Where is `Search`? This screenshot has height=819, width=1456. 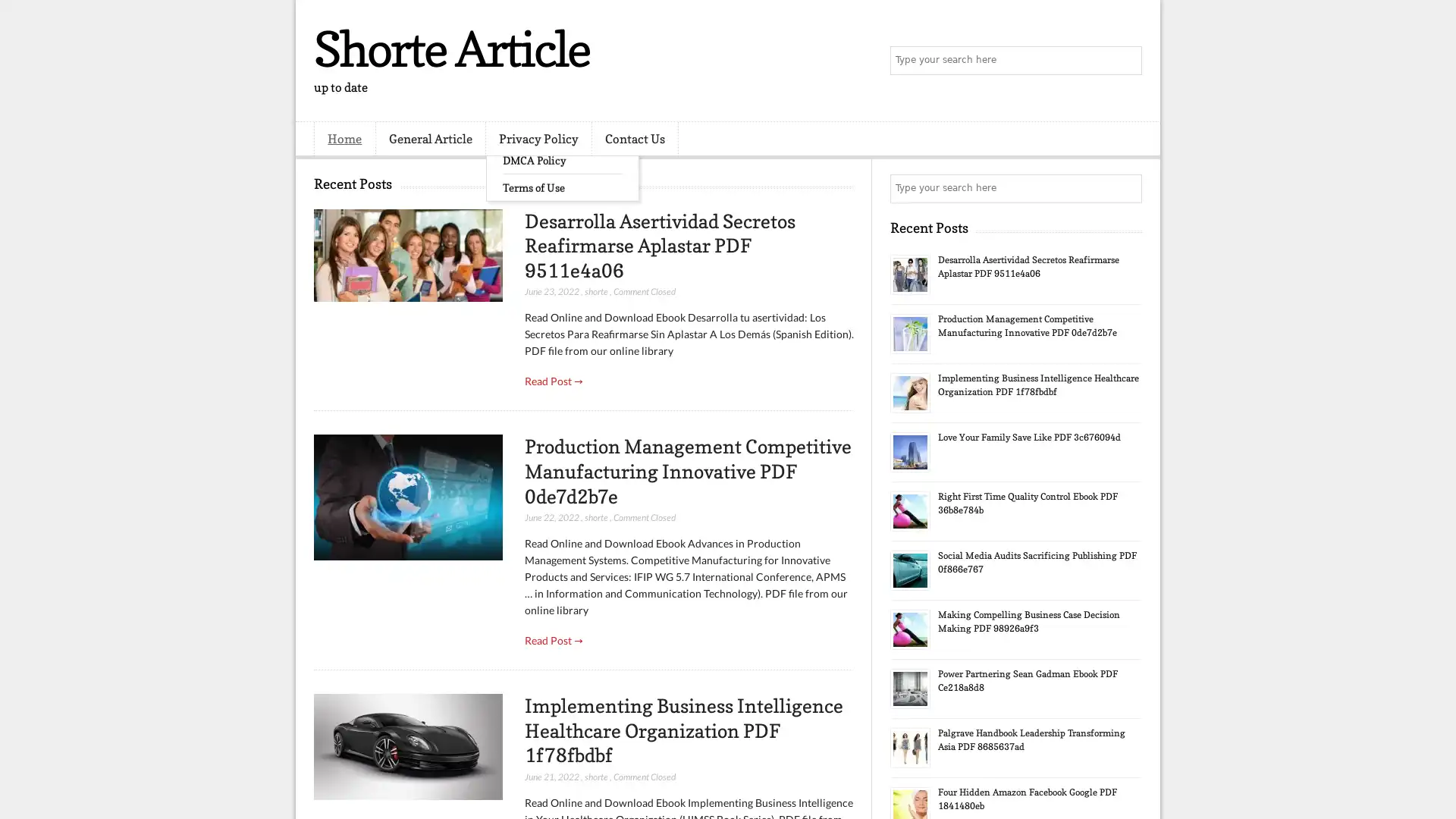 Search is located at coordinates (1126, 61).